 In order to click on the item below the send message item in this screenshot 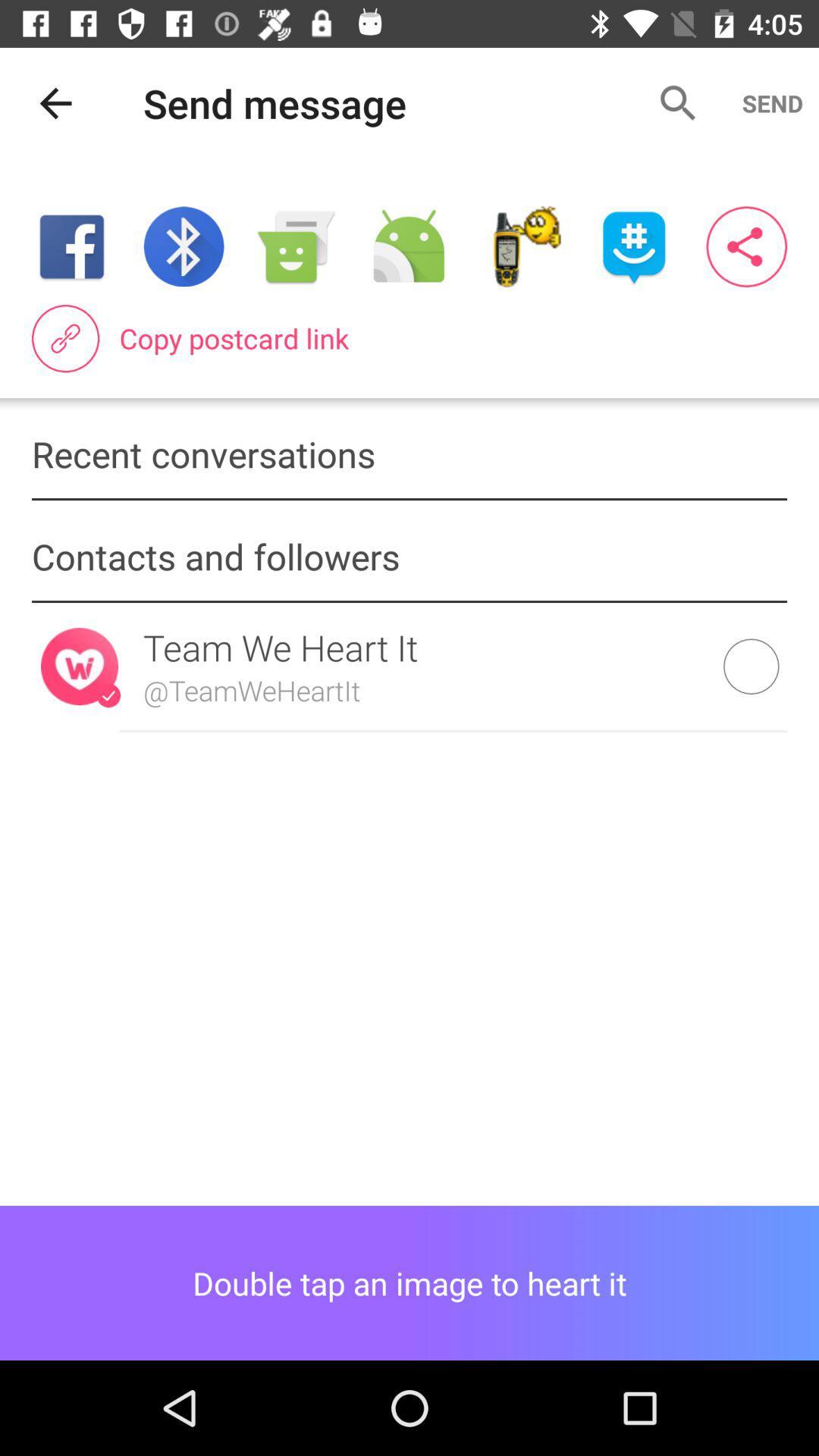, I will do `click(408, 246)`.